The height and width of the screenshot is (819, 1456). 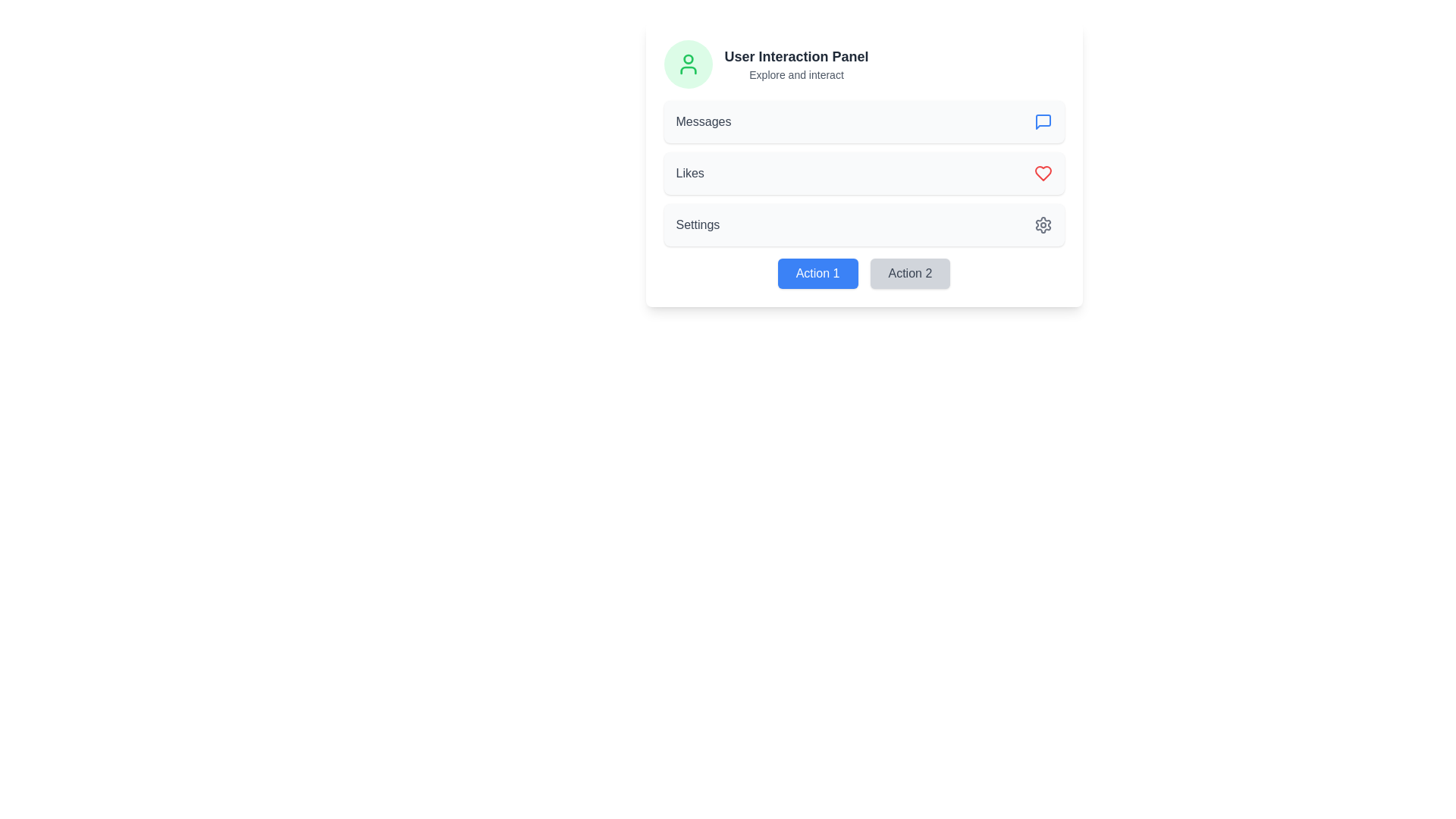 I want to click on the messages navigation button located below the 'User Interaction Panel' and above 'Likes' and 'Settings', so click(x=864, y=121).